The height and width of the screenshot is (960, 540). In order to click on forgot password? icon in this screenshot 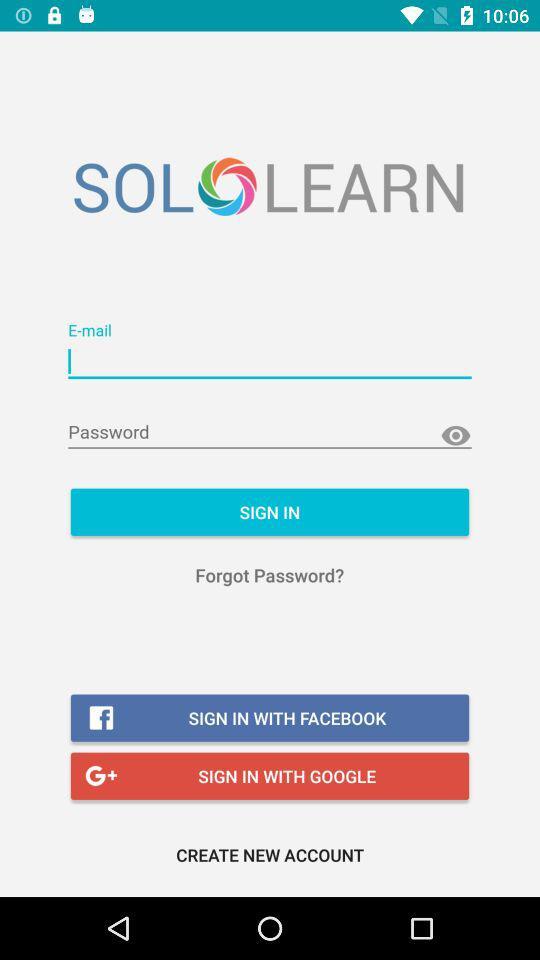, I will do `click(269, 575)`.